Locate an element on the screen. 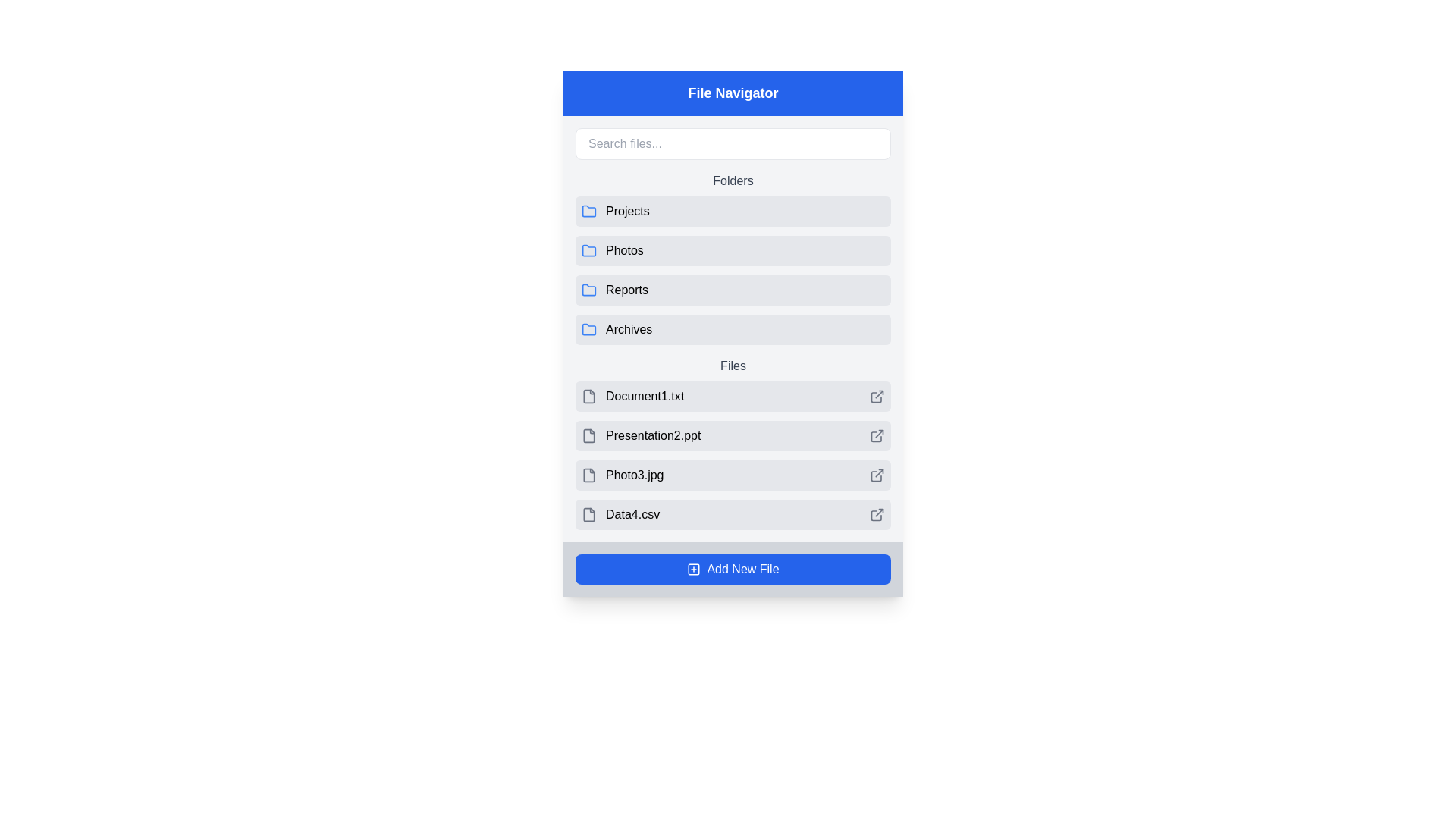 The width and height of the screenshot is (1456, 819). the blue rectangular button labeled 'Add New File' with a plus icon is located at coordinates (733, 570).